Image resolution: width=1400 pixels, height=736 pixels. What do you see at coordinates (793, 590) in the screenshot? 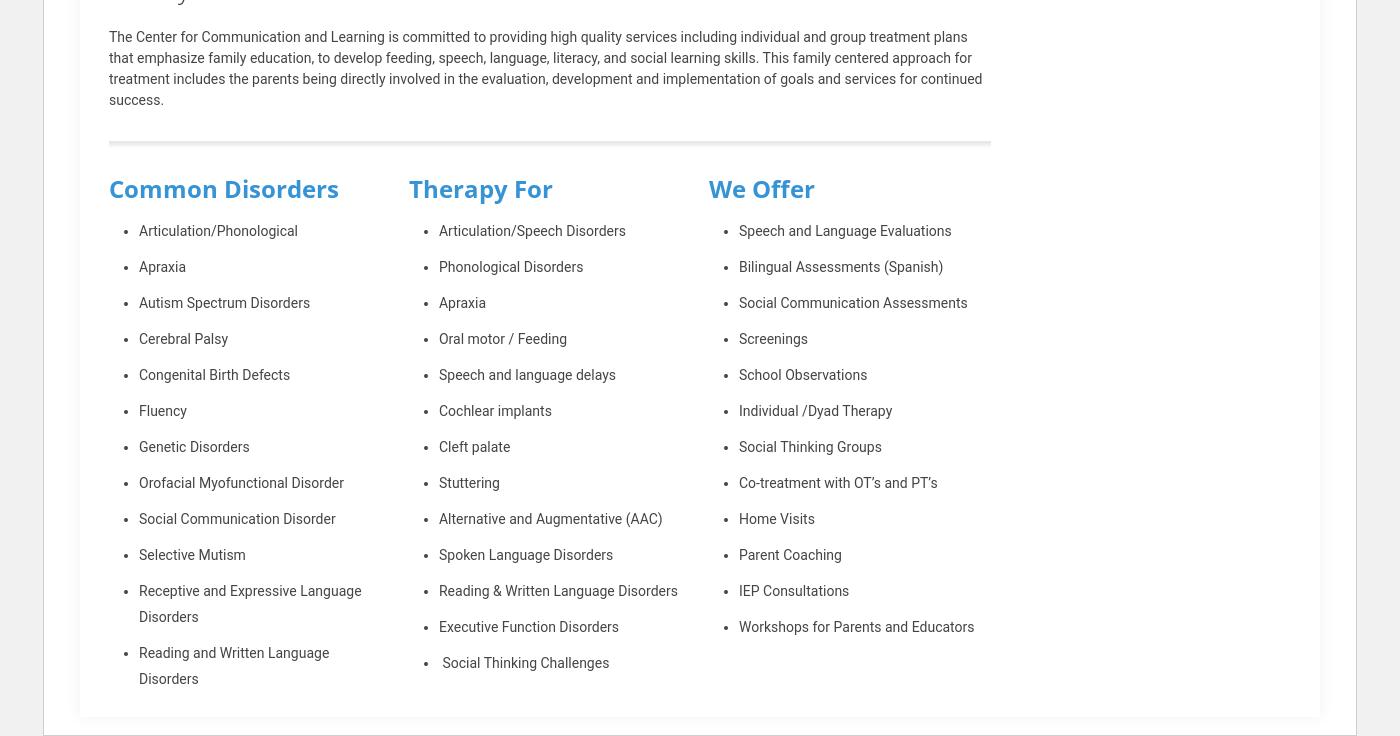
I see `'IEP Consultations'` at bounding box center [793, 590].